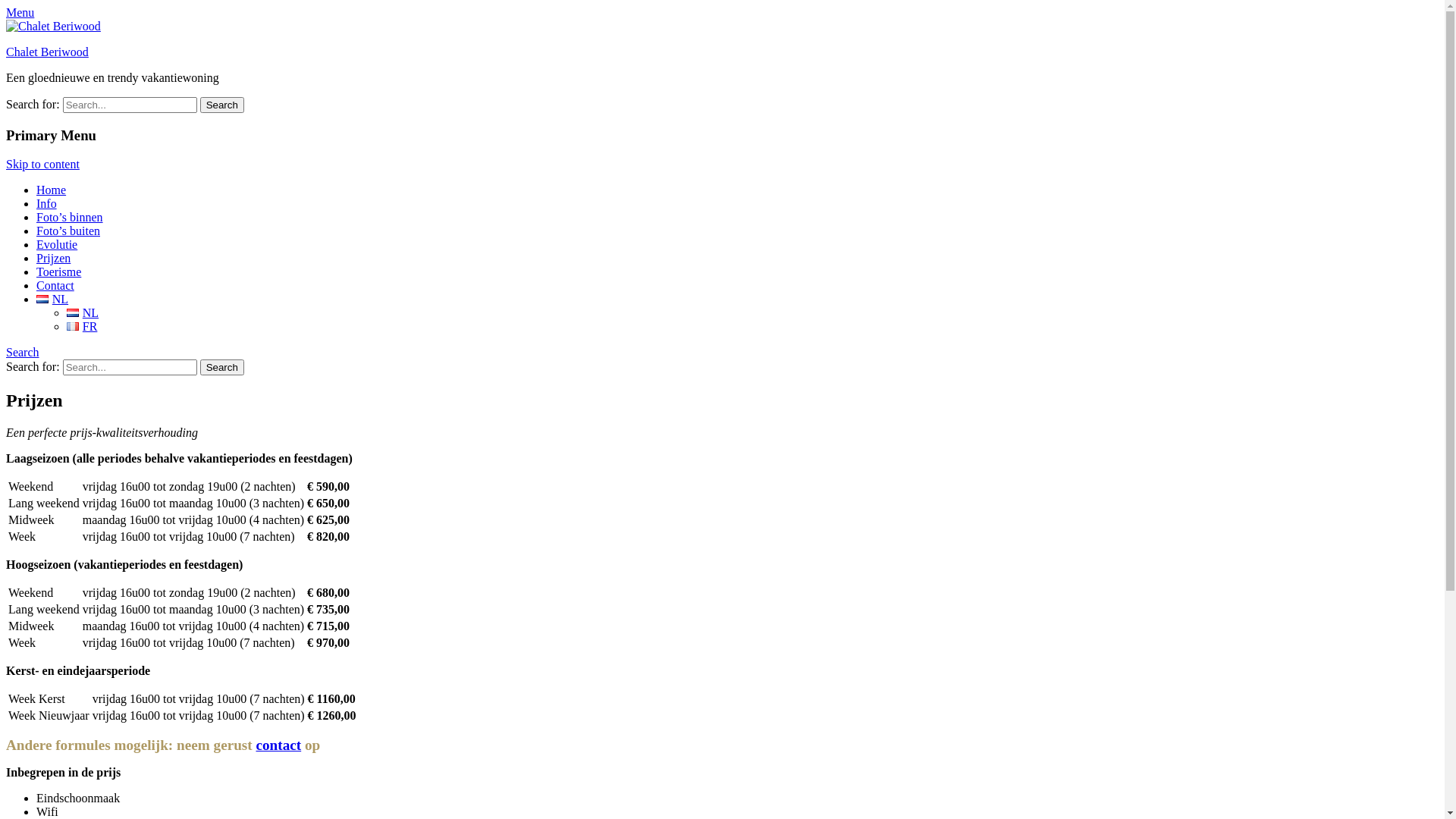  Describe the element at coordinates (61, 104) in the screenshot. I see `'Search for:'` at that location.